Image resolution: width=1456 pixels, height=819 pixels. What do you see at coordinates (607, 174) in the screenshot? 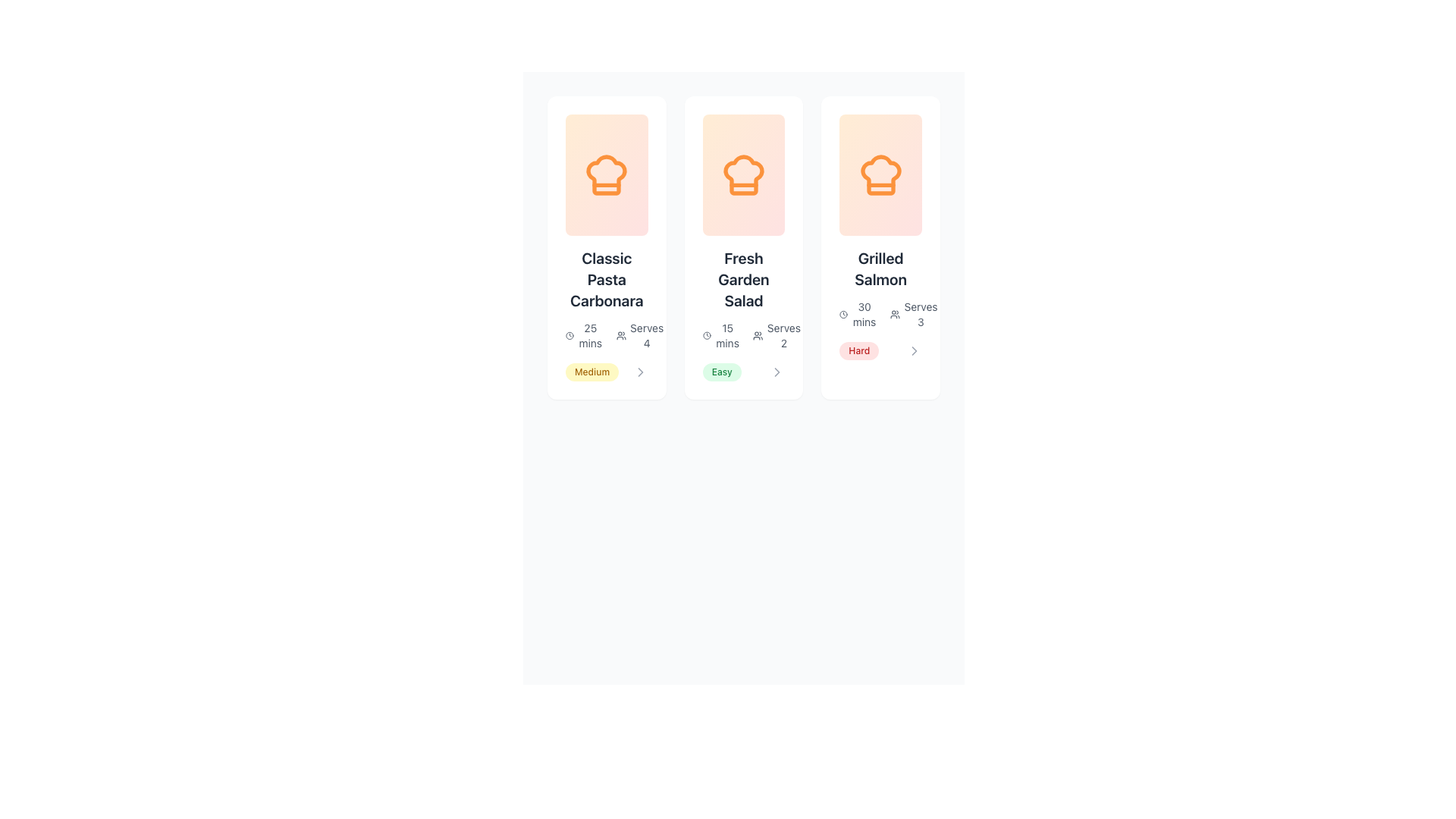
I see `the chef's hat icon located at the top center of the first card, which is associated with culinary content` at bounding box center [607, 174].